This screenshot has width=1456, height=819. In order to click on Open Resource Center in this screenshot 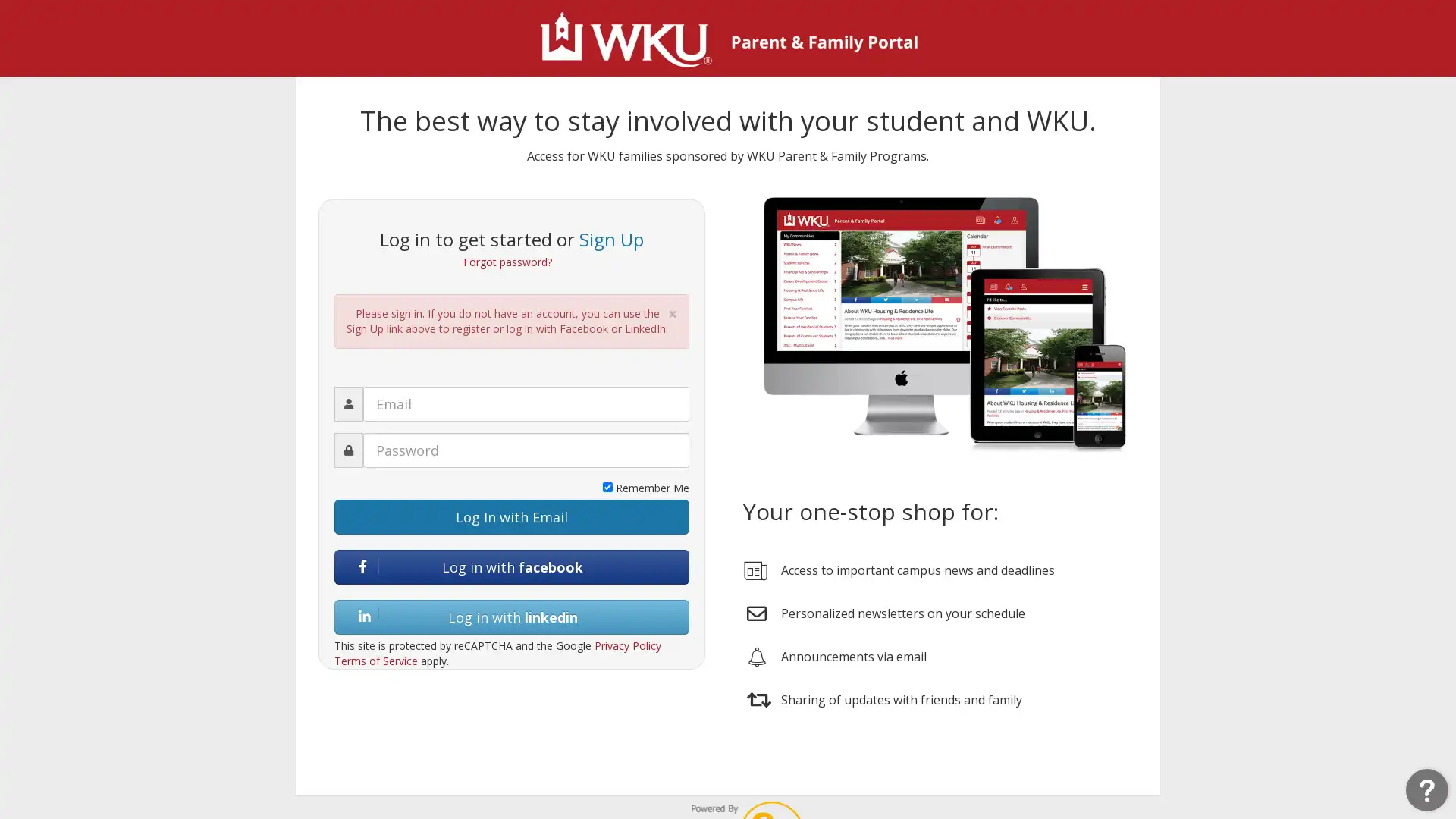, I will do `click(1426, 789)`.